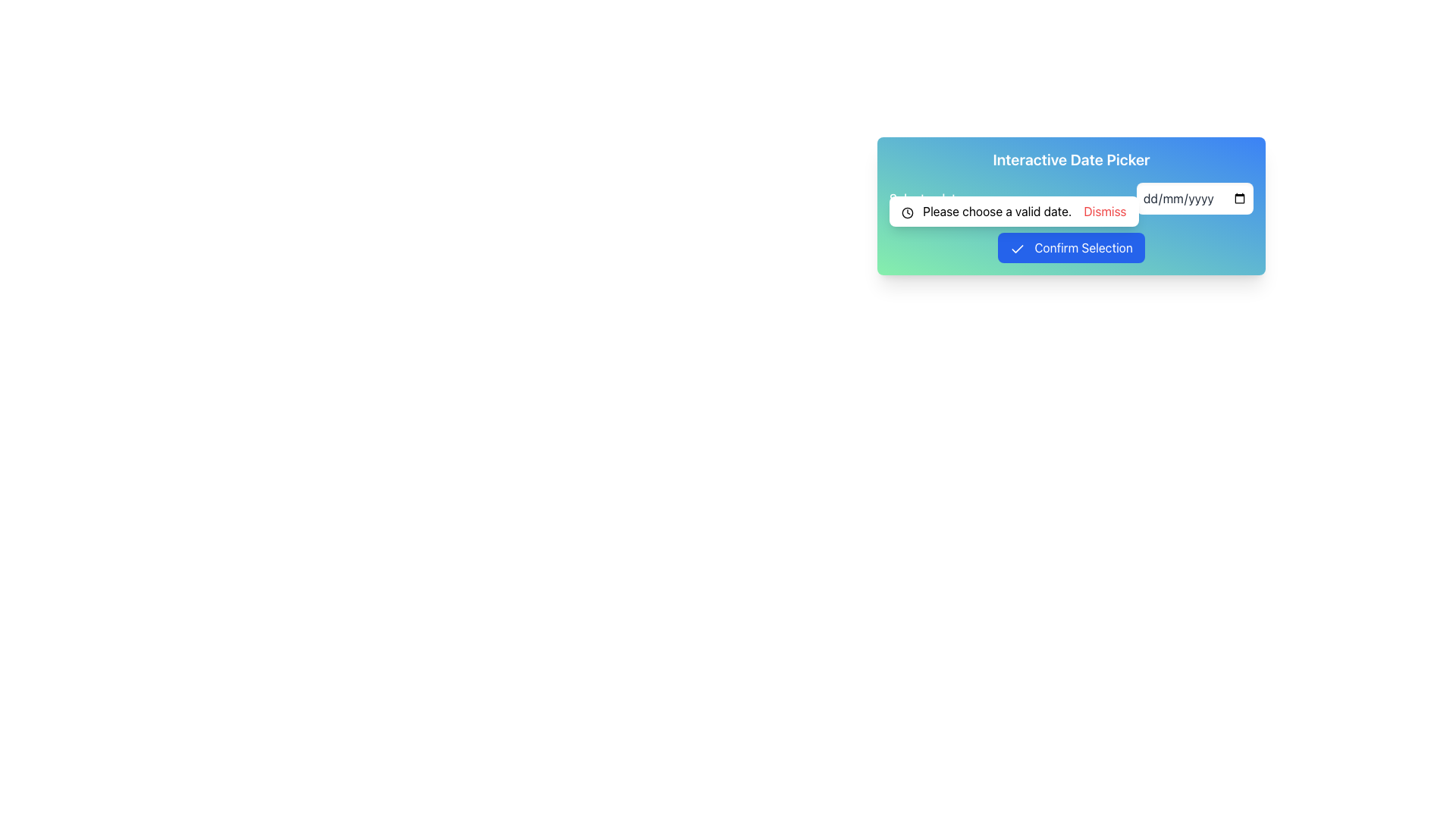  I want to click on checkmark icon, which is a minimalist design with a linear outline located in the top-right area of the interactive date picker interface, to the left of the text indicating a completed action, so click(1018, 248).